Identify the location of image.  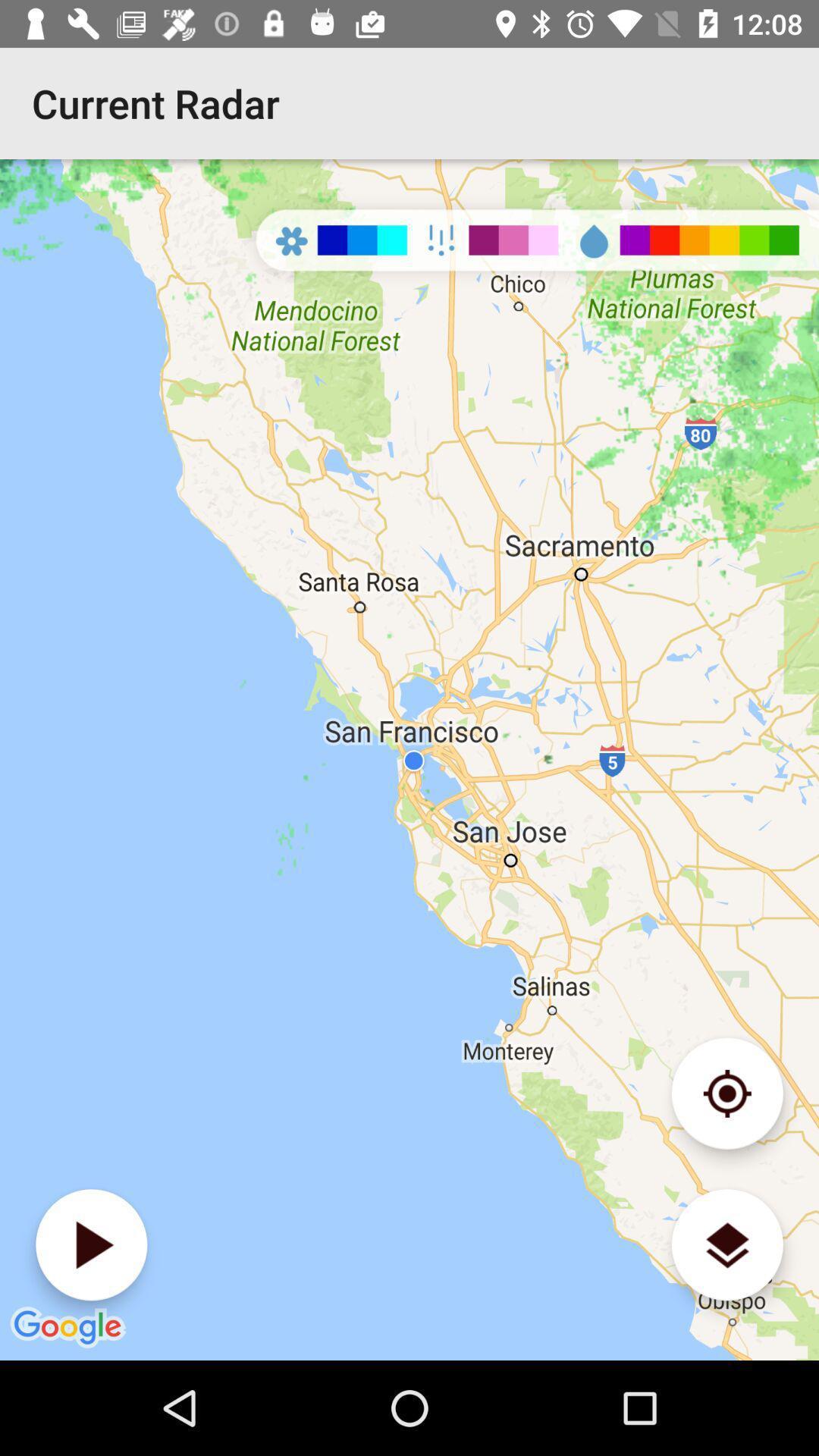
(91, 1244).